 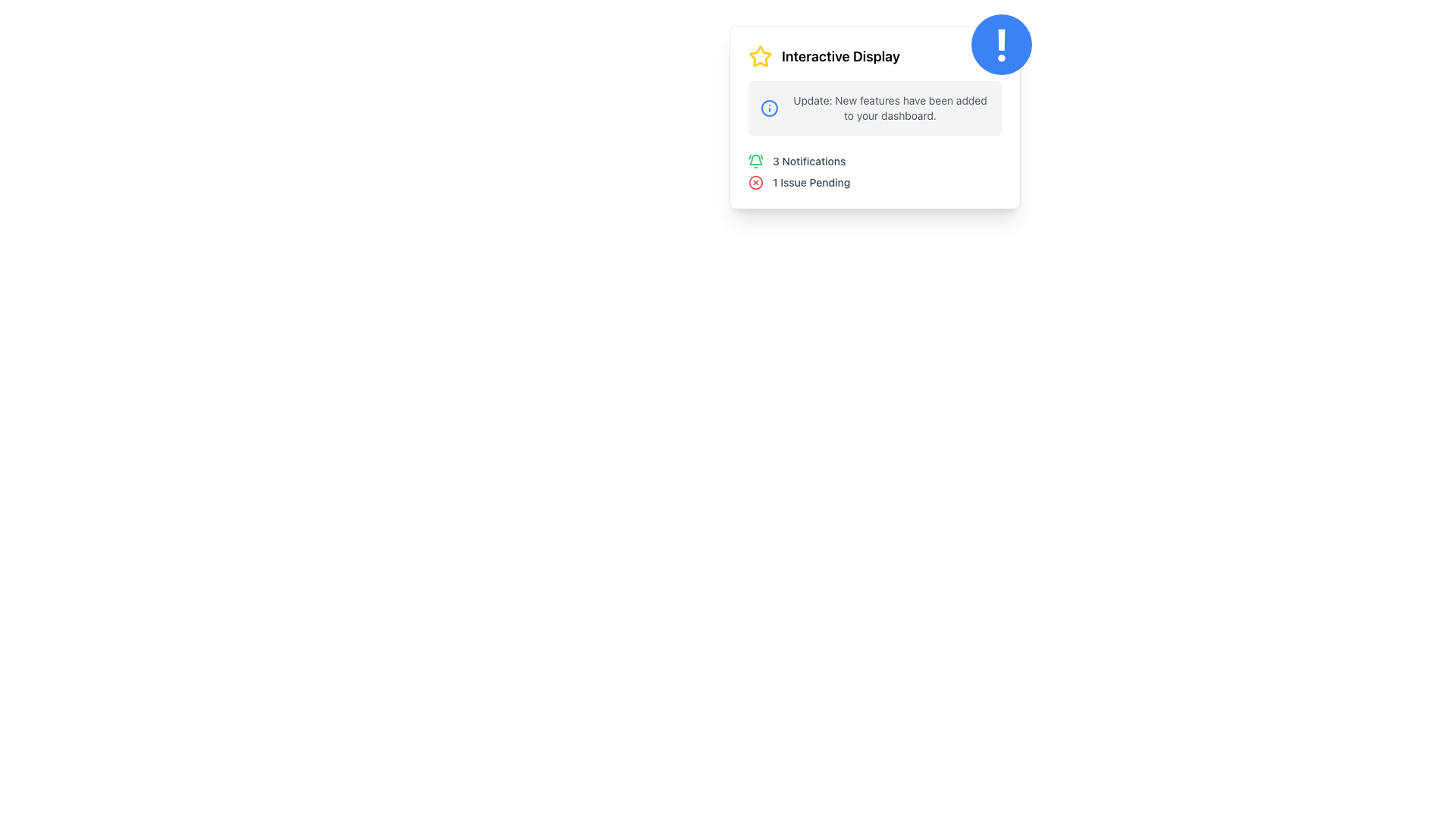 What do you see at coordinates (1001, 43) in the screenshot?
I see `the Badge (alert indicator) located in the top-right corner of the white rounded rectangular card that contains notifications and issues related to the content` at bounding box center [1001, 43].